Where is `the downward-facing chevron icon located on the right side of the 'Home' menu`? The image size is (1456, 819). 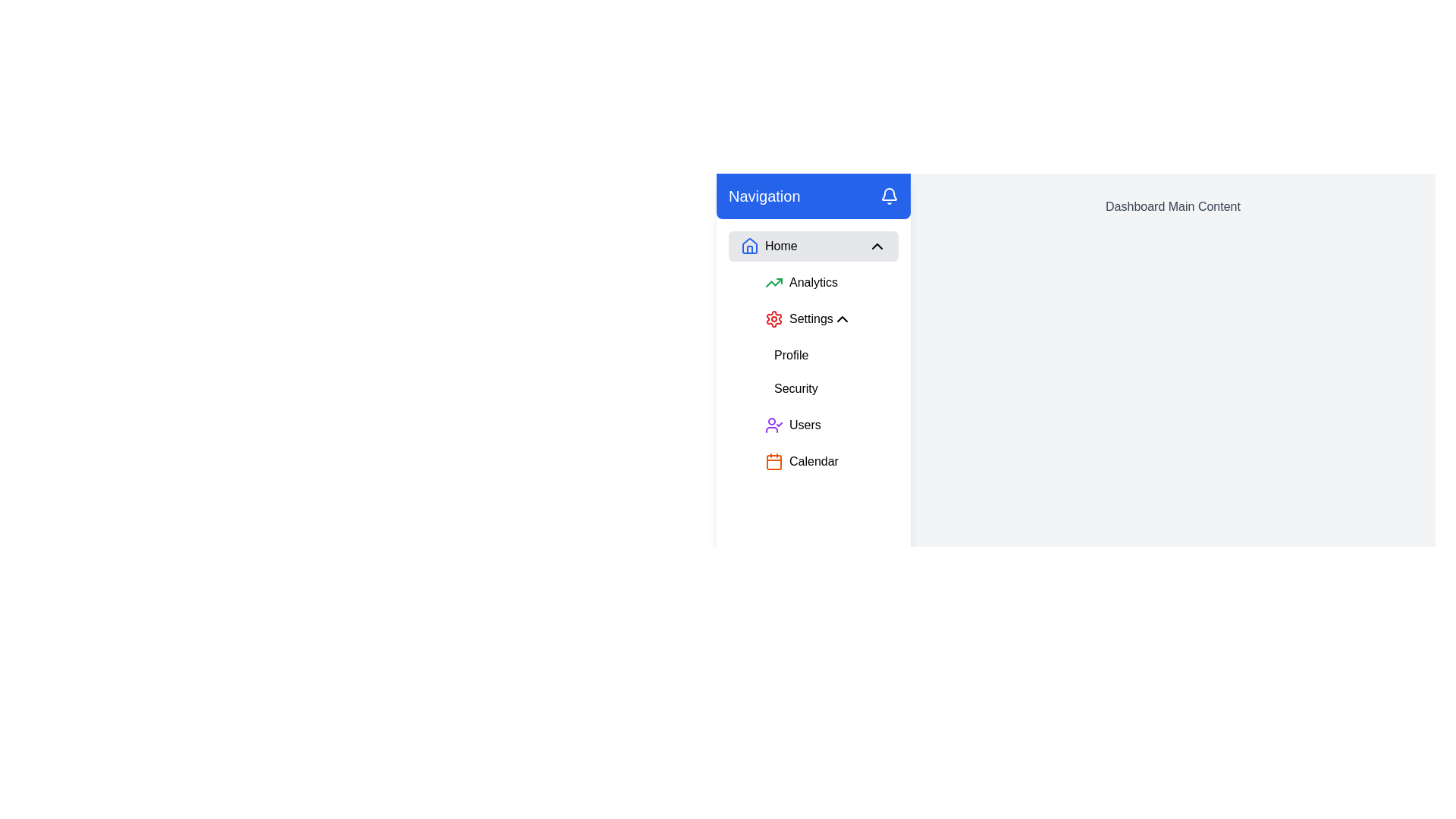
the downward-facing chevron icon located on the right side of the 'Home' menu is located at coordinates (877, 245).